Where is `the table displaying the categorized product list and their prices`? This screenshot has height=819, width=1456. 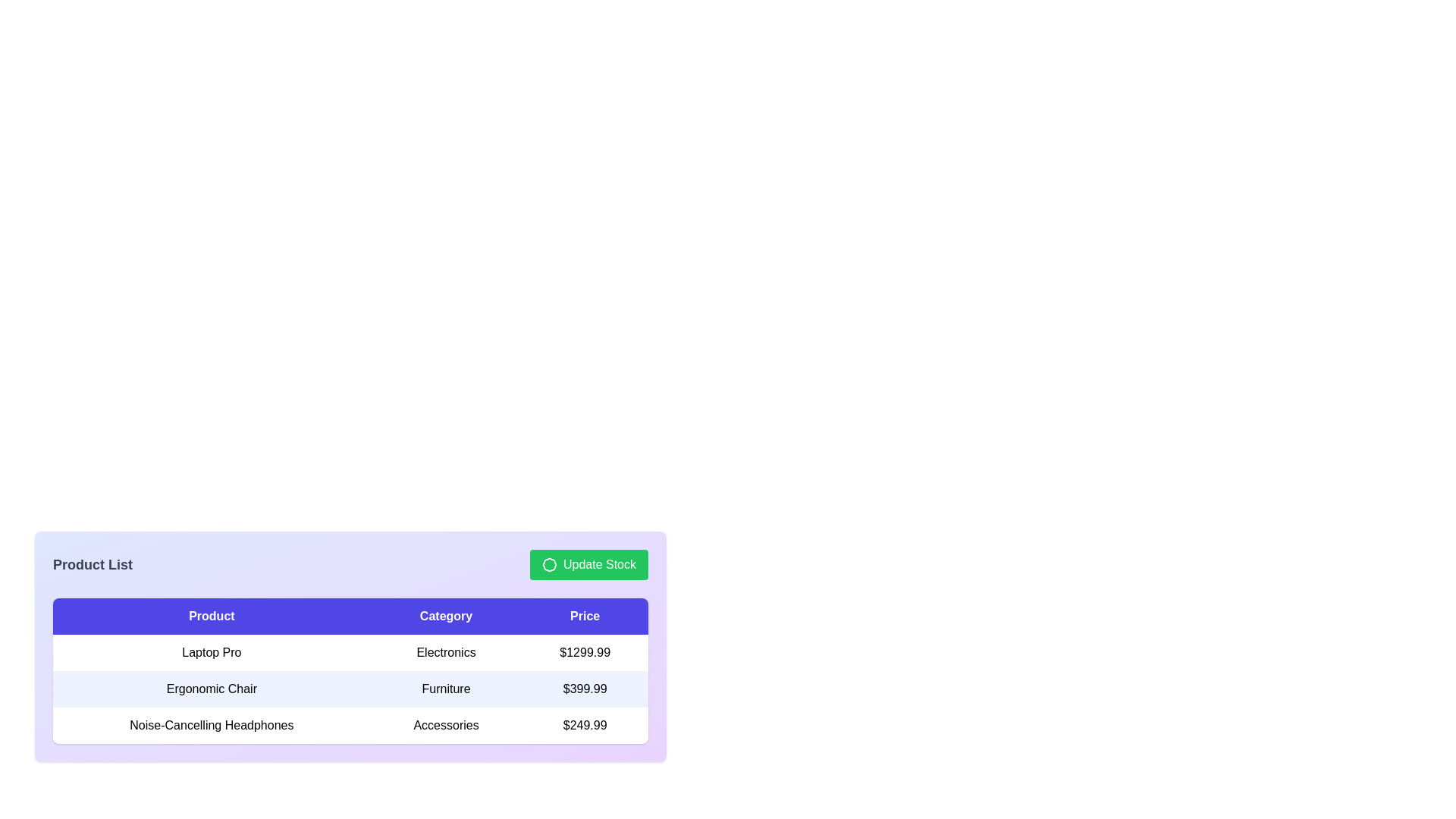
the table displaying the categorized product list and their prices is located at coordinates (350, 670).